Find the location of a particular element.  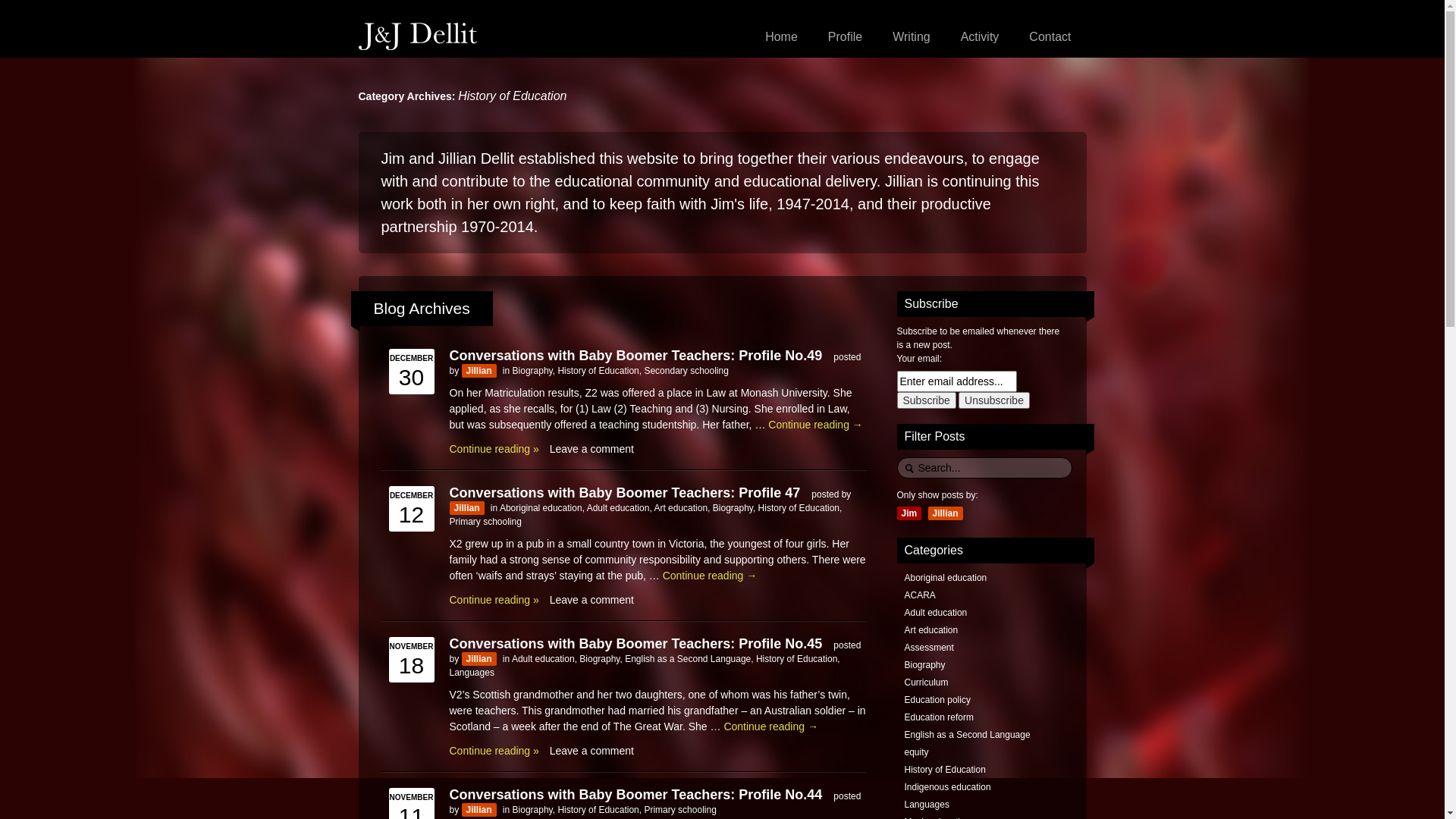

'equity' is located at coordinates (903, 752).